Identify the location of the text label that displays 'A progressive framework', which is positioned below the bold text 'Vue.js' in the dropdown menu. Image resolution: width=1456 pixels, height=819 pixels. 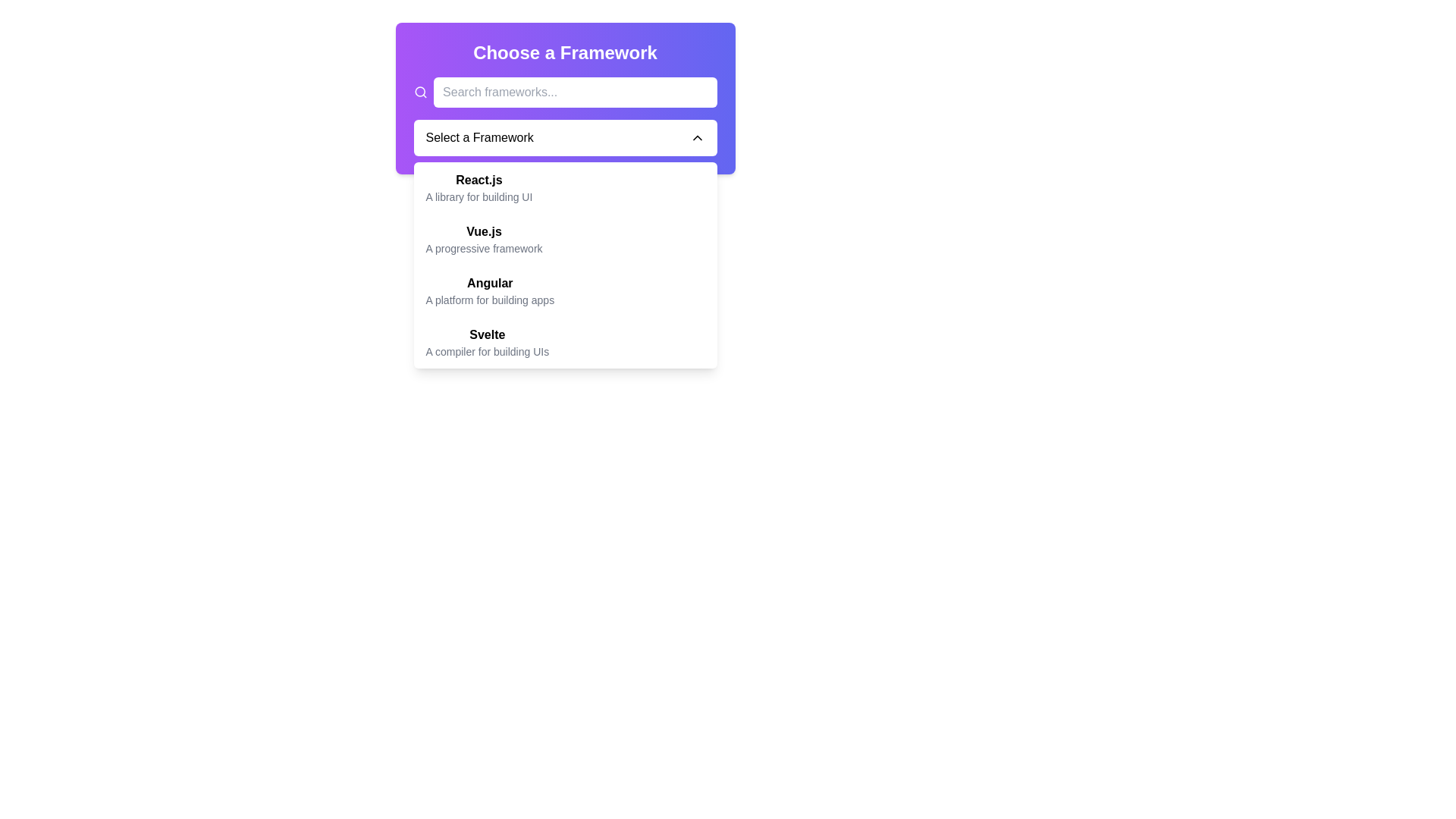
(483, 247).